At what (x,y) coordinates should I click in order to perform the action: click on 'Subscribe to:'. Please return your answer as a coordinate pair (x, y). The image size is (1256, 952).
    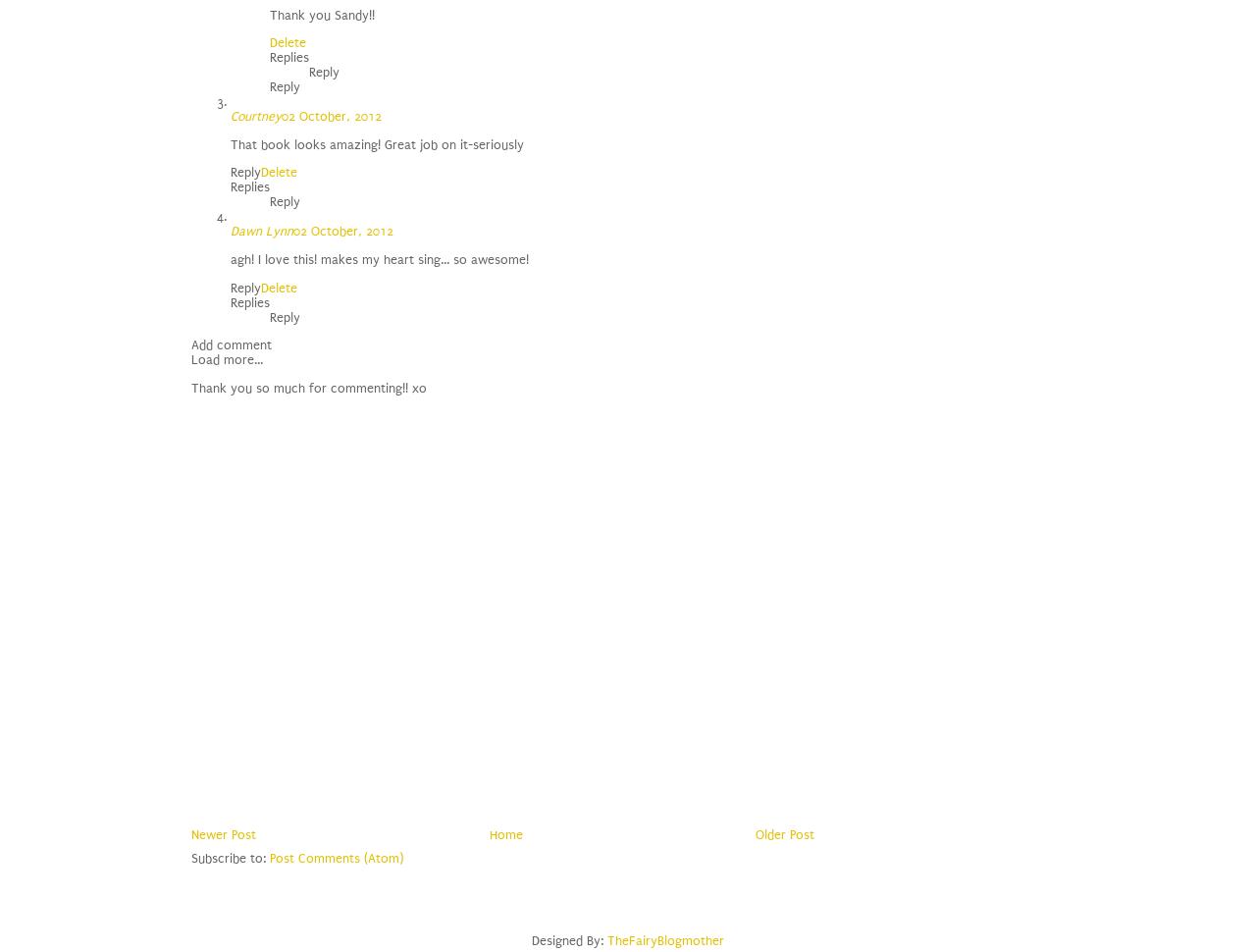
    Looking at the image, I should click on (190, 858).